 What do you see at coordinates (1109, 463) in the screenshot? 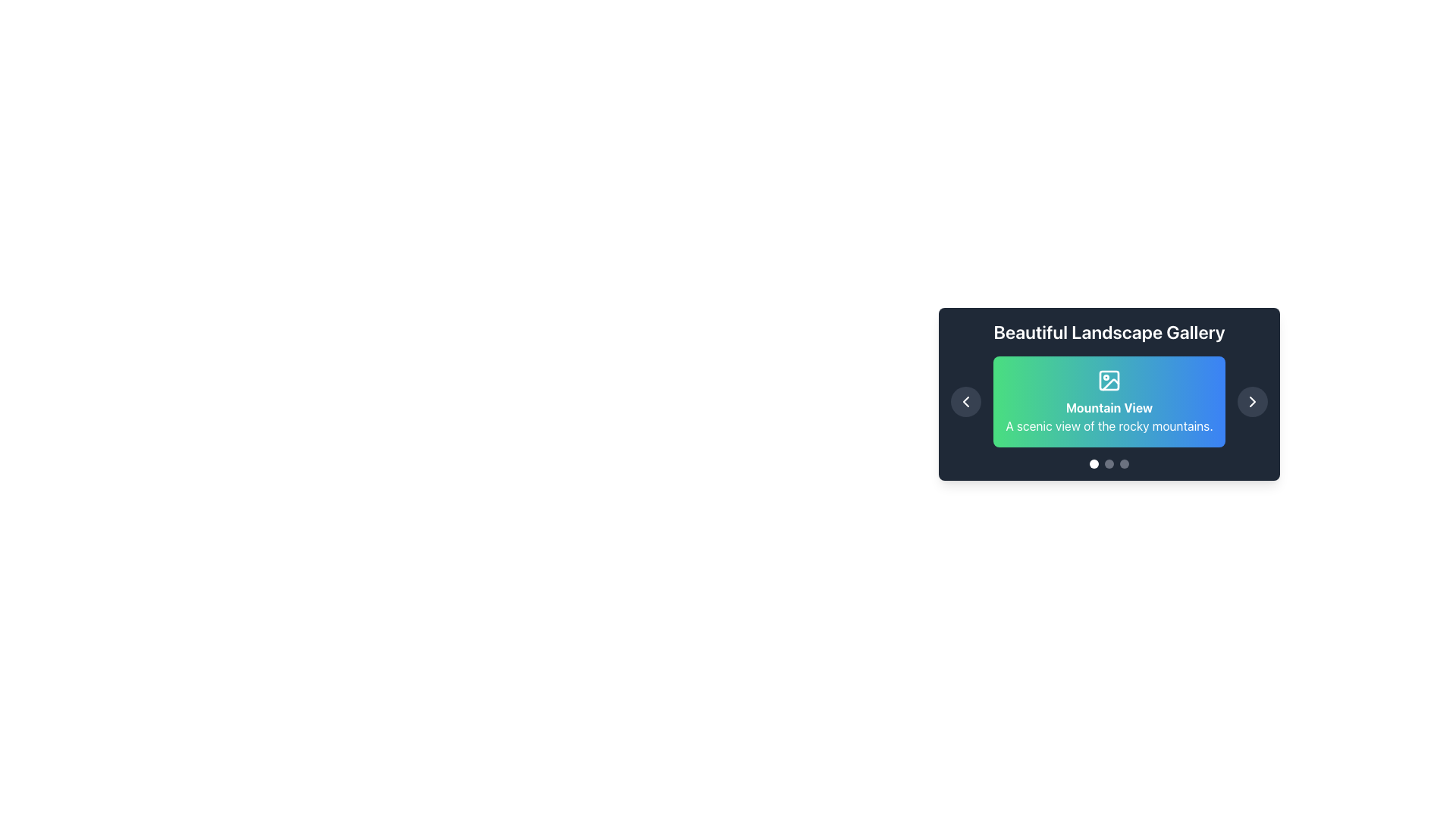
I see `the second button in the group of three navigation buttons at the bottom-center of the 'Beautiful Landscape Gallery' card` at bounding box center [1109, 463].